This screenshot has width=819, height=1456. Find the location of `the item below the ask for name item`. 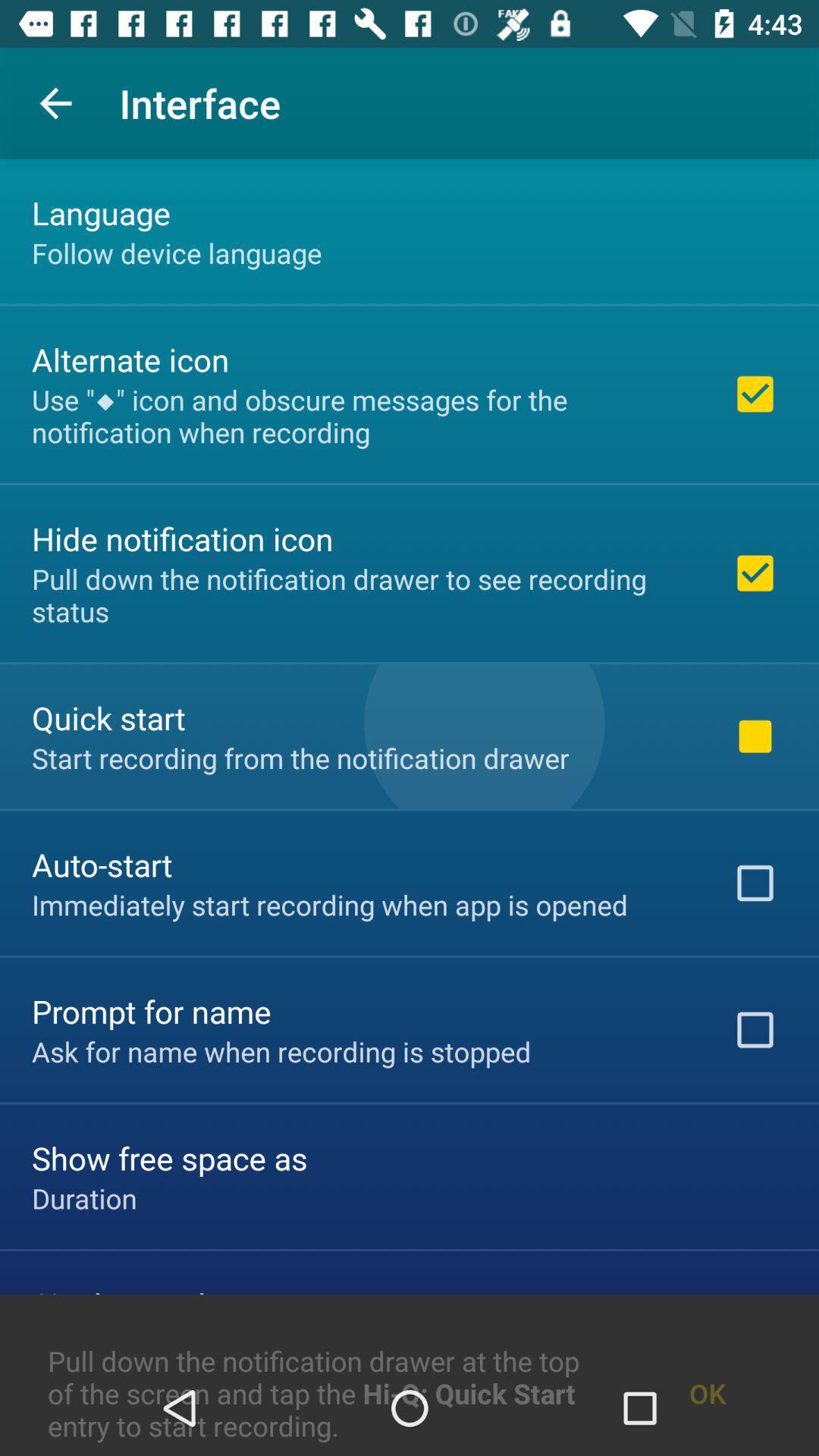

the item below the ask for name item is located at coordinates (169, 1156).